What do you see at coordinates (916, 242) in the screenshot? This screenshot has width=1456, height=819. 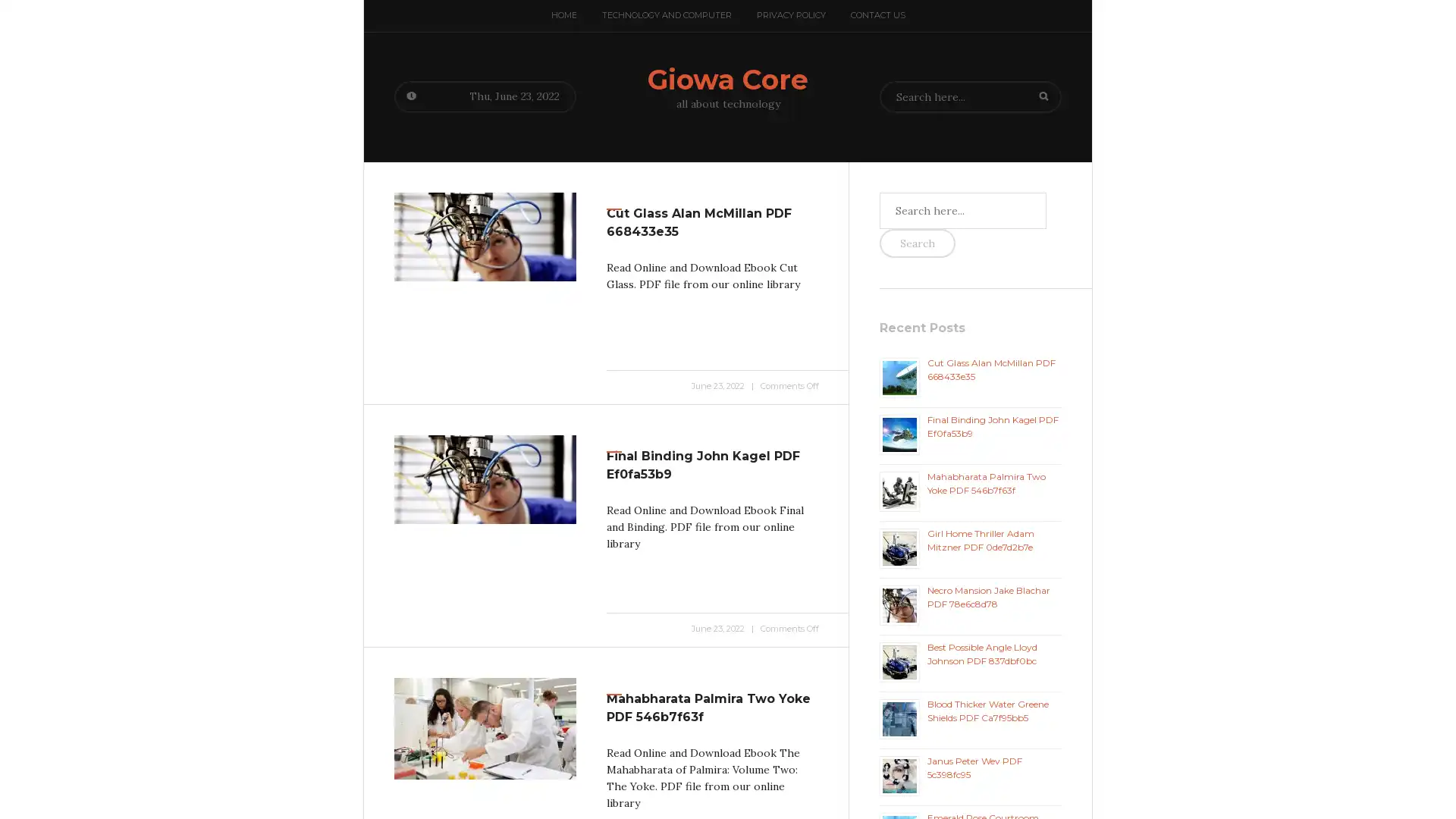 I see `Search` at bounding box center [916, 242].